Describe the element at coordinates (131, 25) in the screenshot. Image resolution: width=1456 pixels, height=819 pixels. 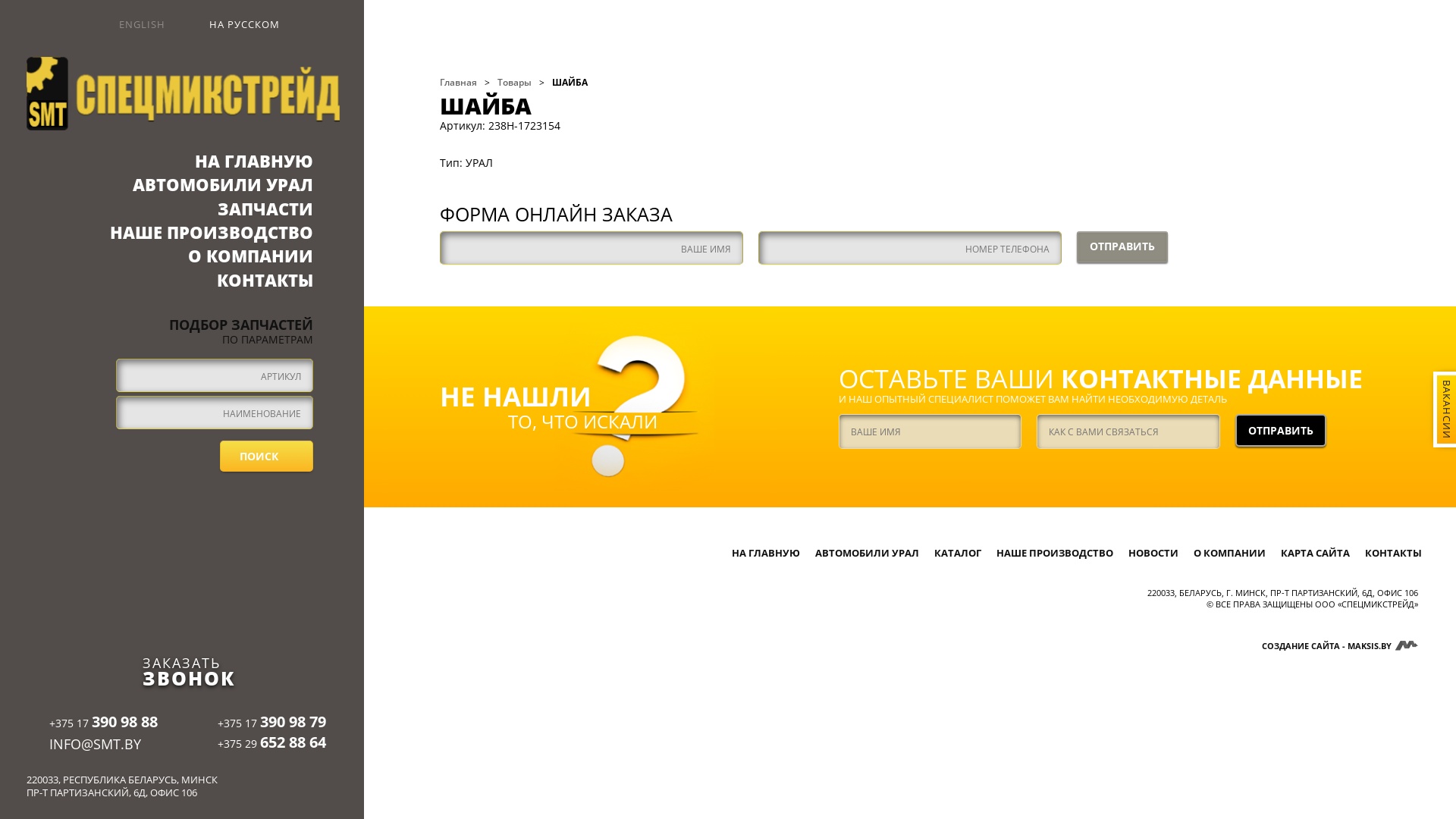
I see `'ENGLISH'` at that location.